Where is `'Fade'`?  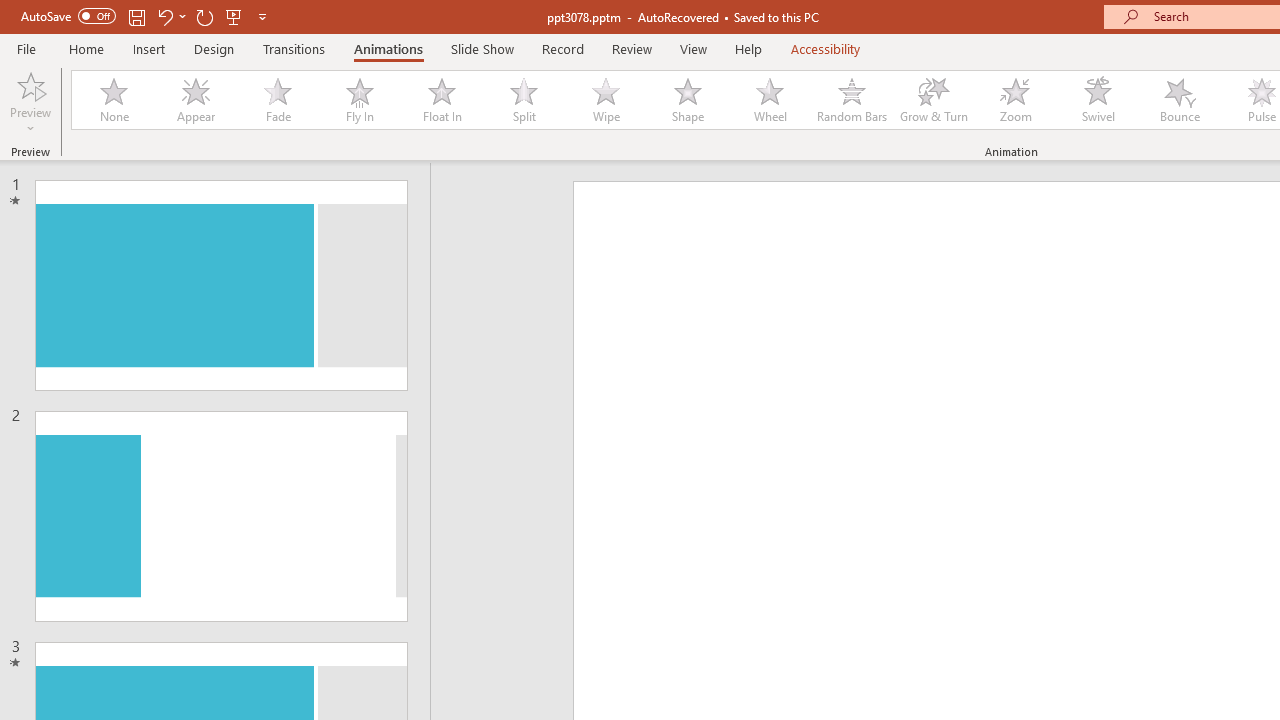 'Fade' is located at coordinates (276, 100).